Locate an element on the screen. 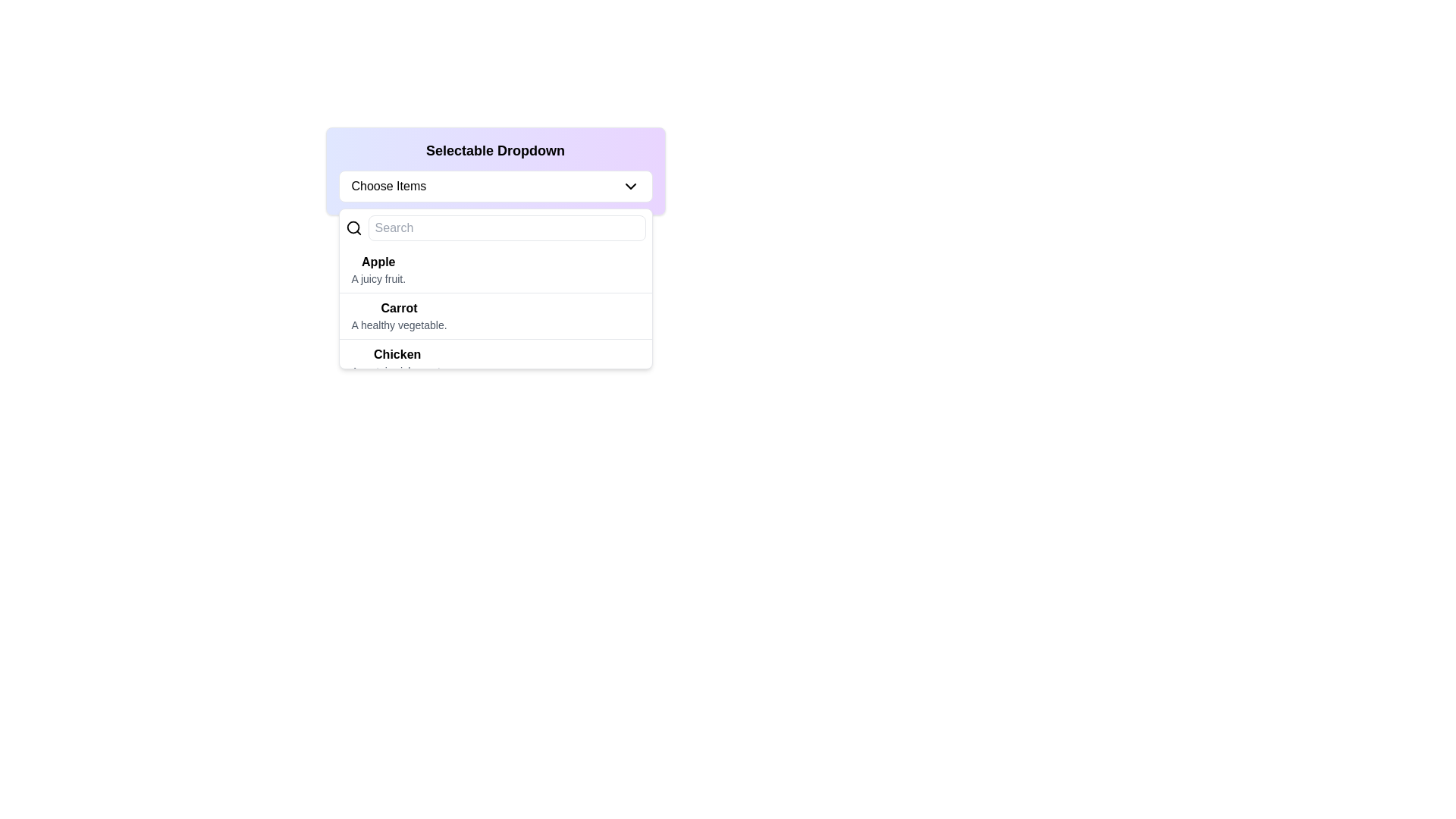 The height and width of the screenshot is (819, 1456). the label representing the second item in the 'Selectable Dropdown' menu is located at coordinates (399, 308).